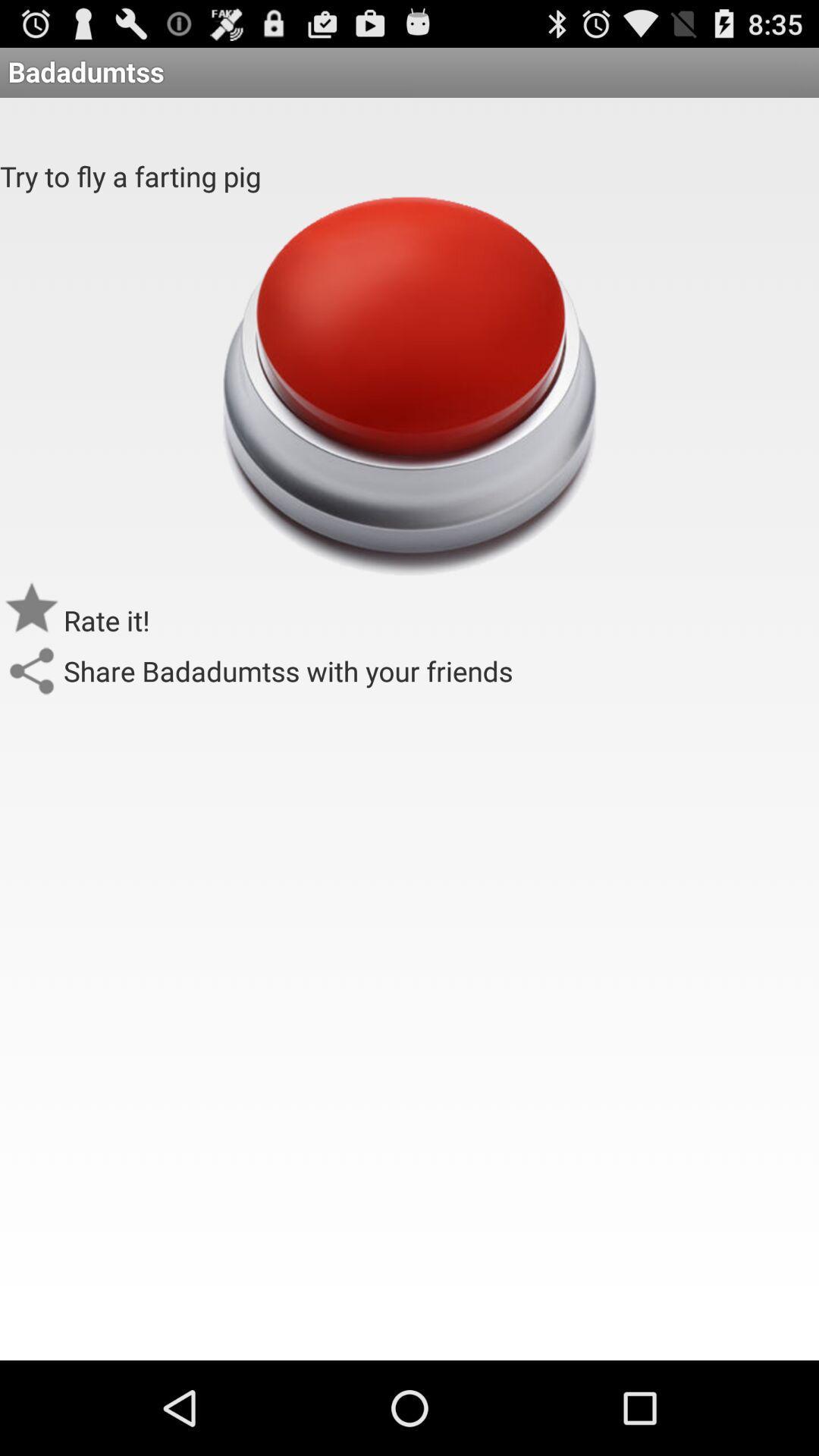 The image size is (819, 1456). What do you see at coordinates (106, 620) in the screenshot?
I see `rate it! app` at bounding box center [106, 620].